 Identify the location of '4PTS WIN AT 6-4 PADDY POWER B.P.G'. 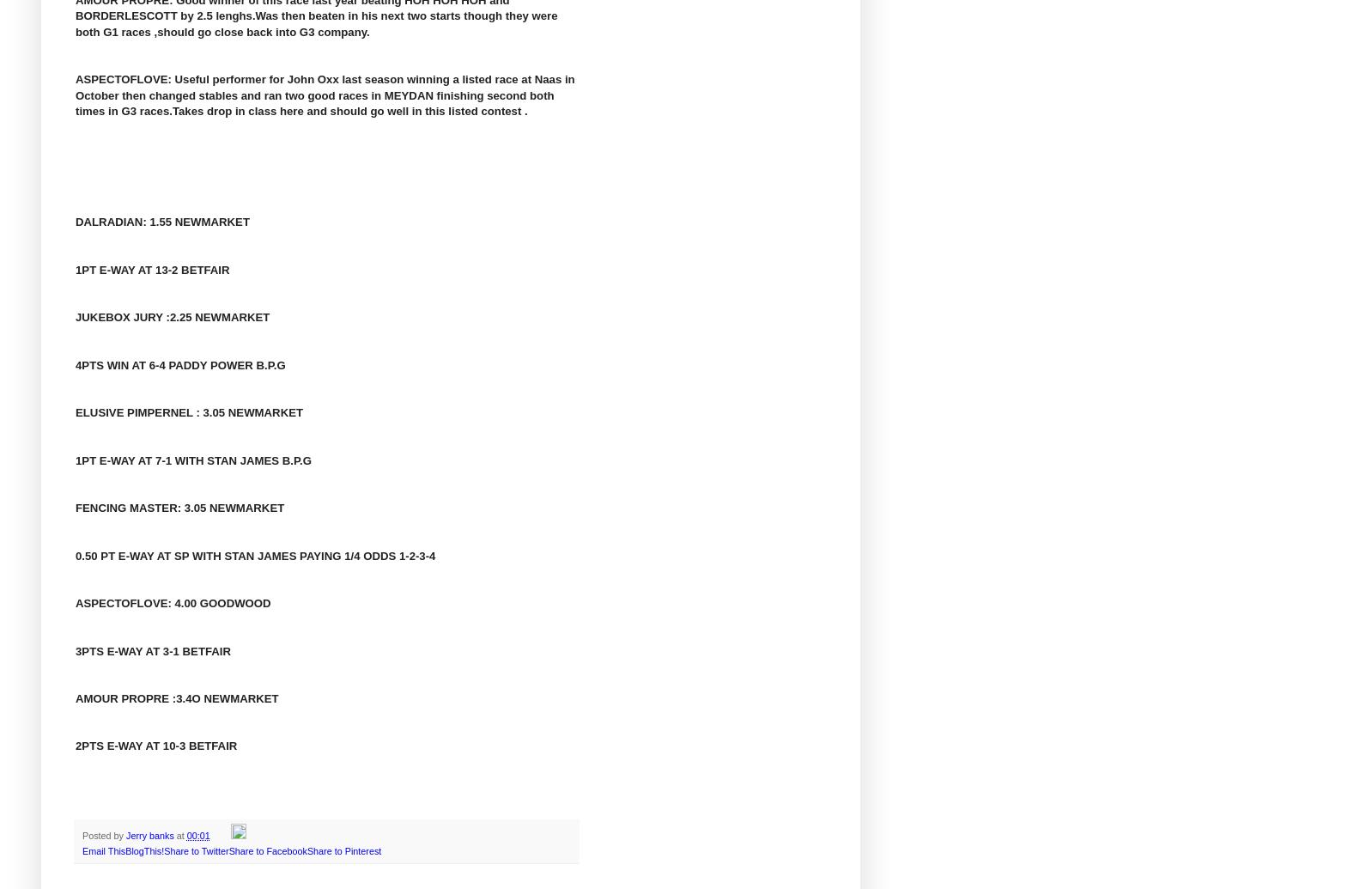
(75, 364).